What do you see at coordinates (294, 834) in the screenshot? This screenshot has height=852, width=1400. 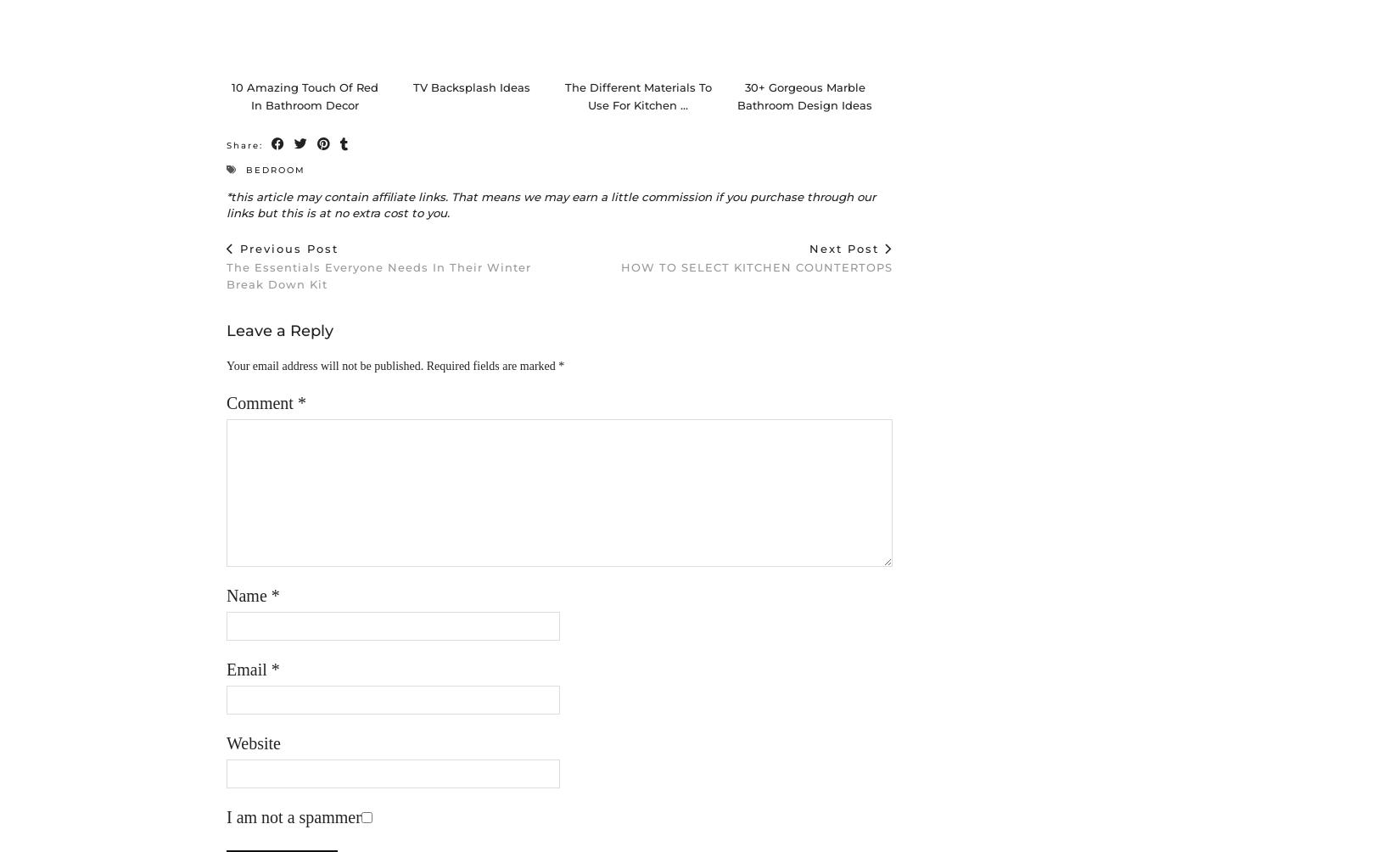 I see `'I am not a spammer'` at bounding box center [294, 834].